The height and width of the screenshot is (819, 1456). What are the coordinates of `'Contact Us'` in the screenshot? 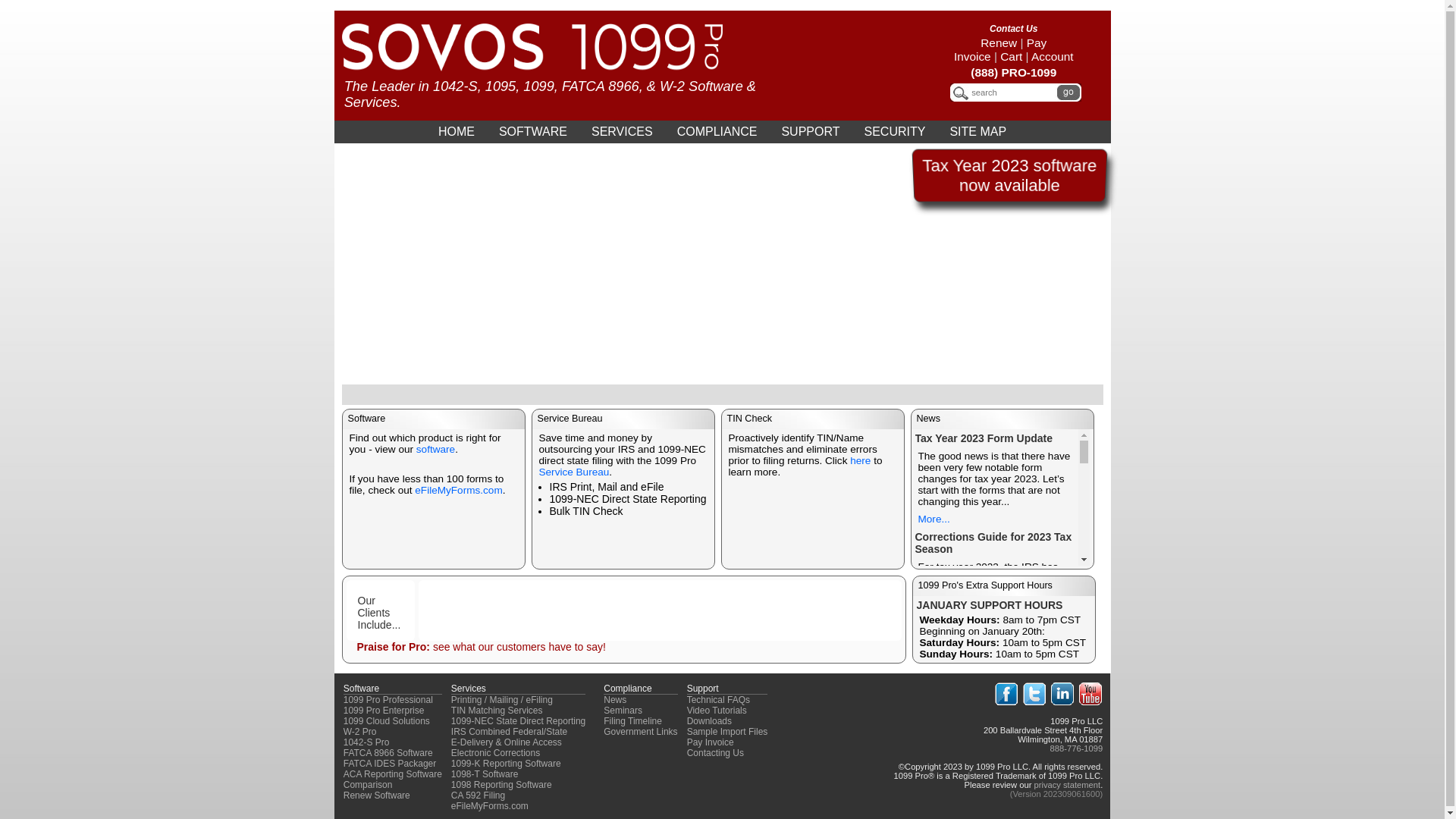 It's located at (1013, 29).